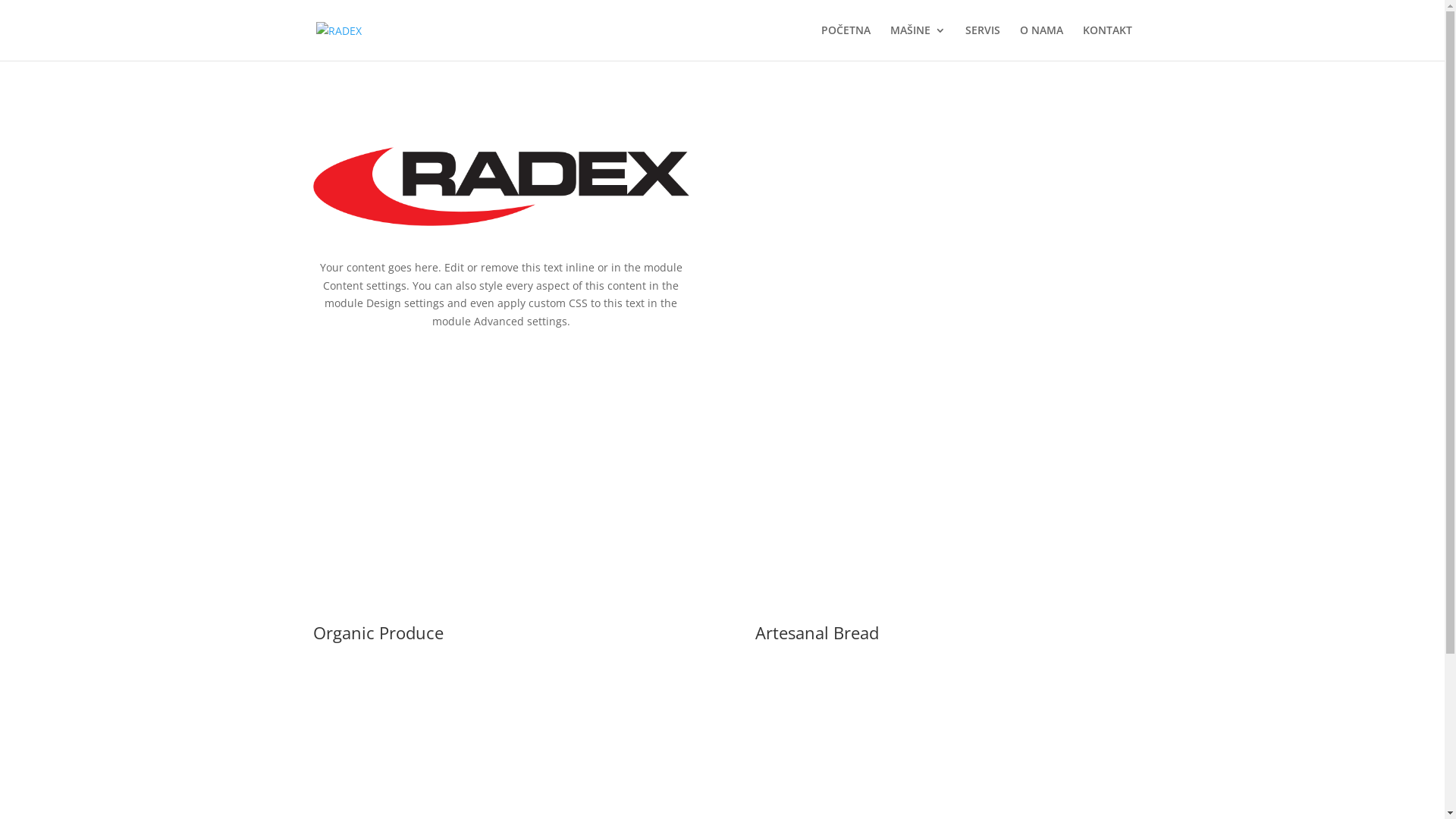 This screenshot has width=1456, height=819. Describe the element at coordinates (1107, 42) in the screenshot. I see `'KONTAKT'` at that location.